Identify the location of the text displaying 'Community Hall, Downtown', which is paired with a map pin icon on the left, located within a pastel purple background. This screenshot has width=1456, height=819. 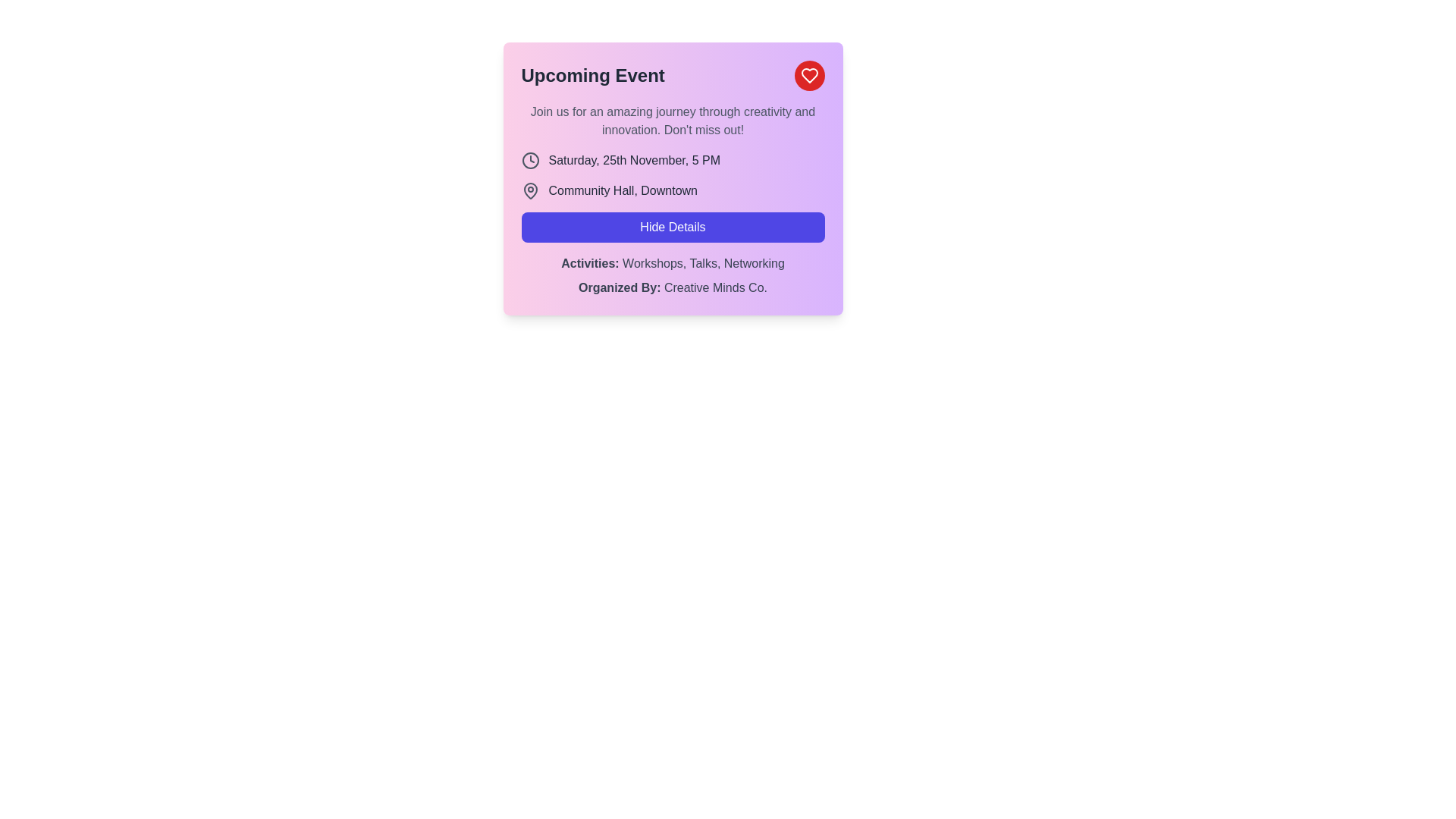
(672, 190).